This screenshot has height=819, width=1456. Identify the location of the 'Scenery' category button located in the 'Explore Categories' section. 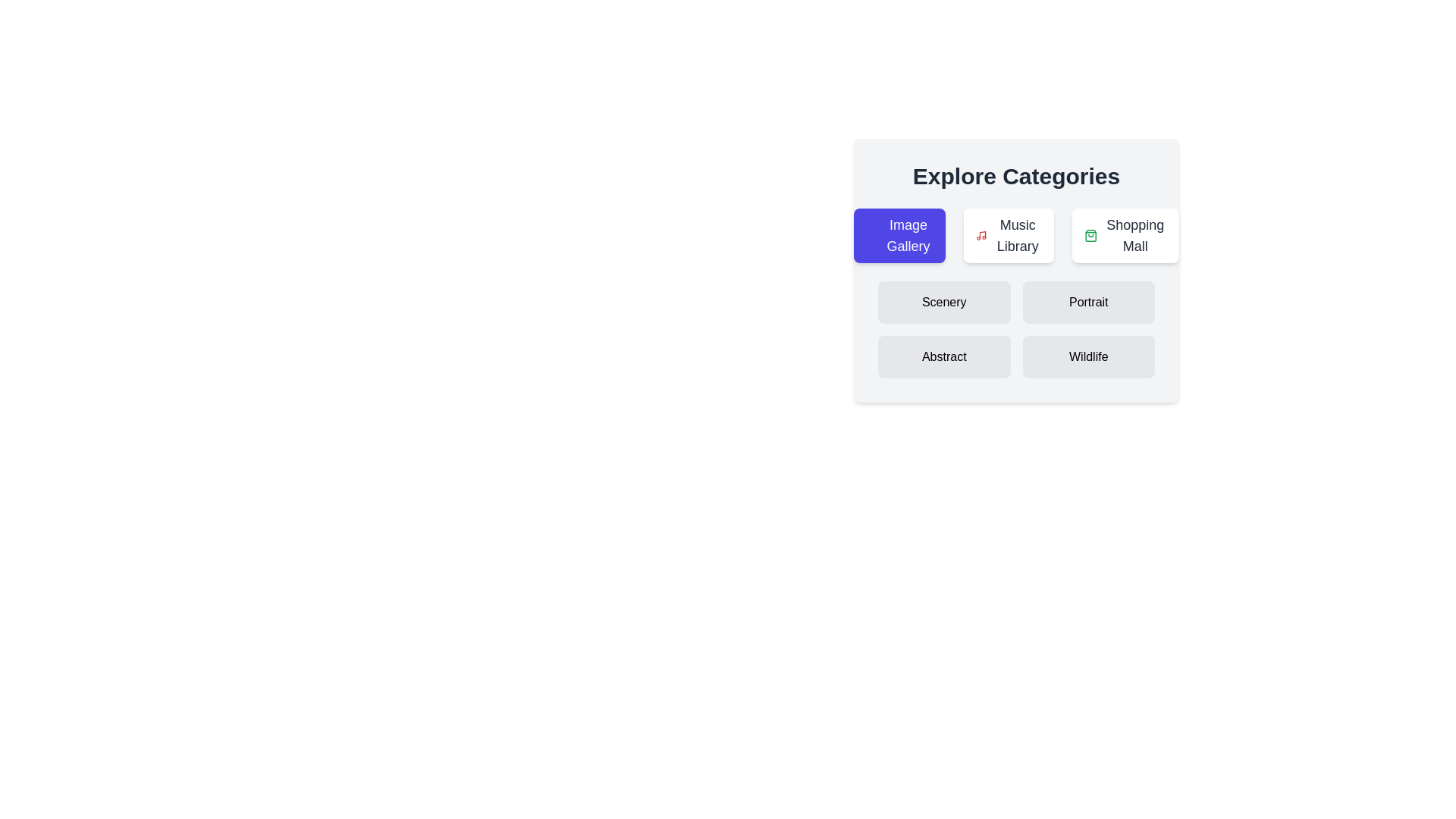
(943, 302).